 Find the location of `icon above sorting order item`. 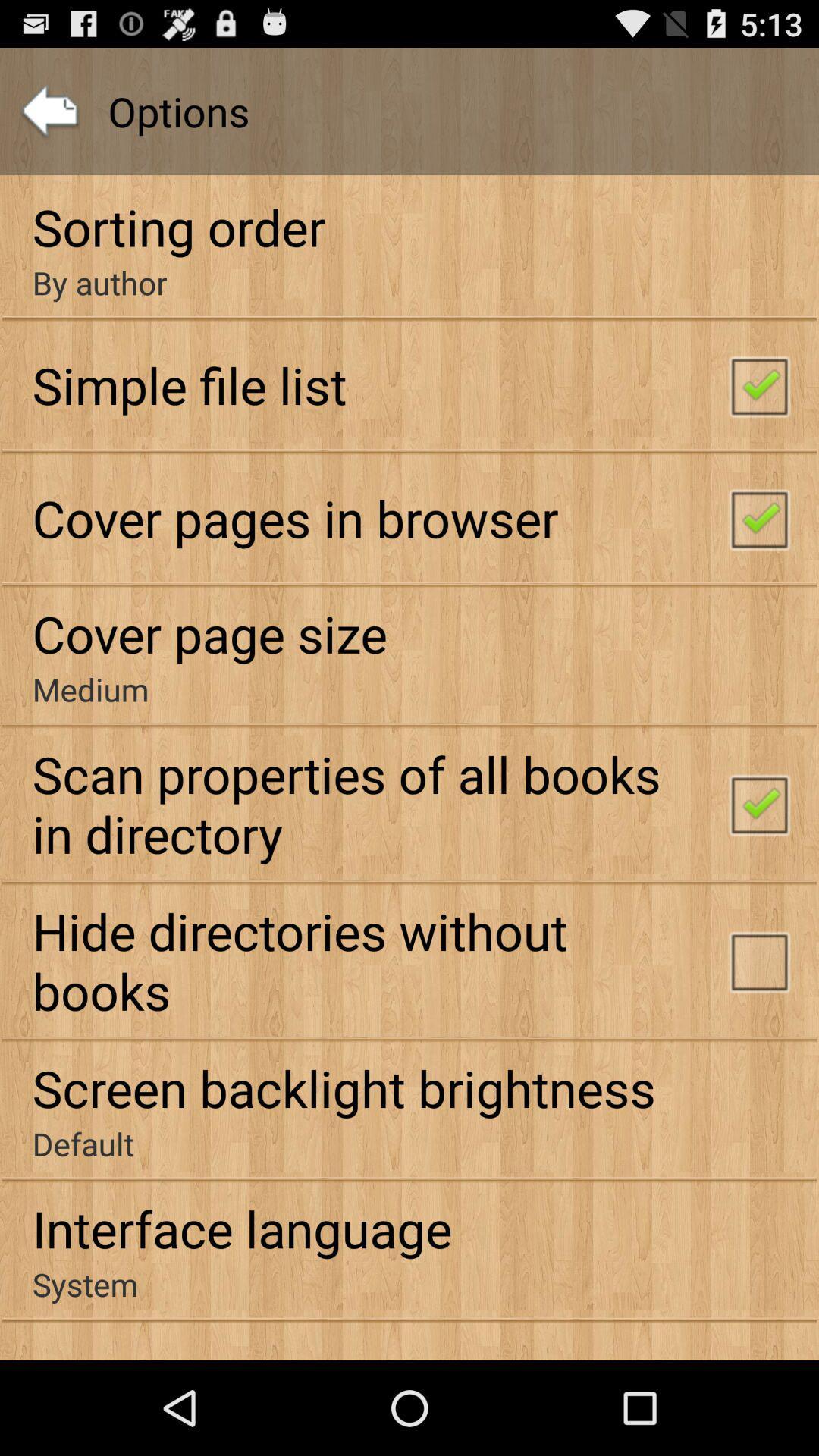

icon above sorting order item is located at coordinates (49, 111).